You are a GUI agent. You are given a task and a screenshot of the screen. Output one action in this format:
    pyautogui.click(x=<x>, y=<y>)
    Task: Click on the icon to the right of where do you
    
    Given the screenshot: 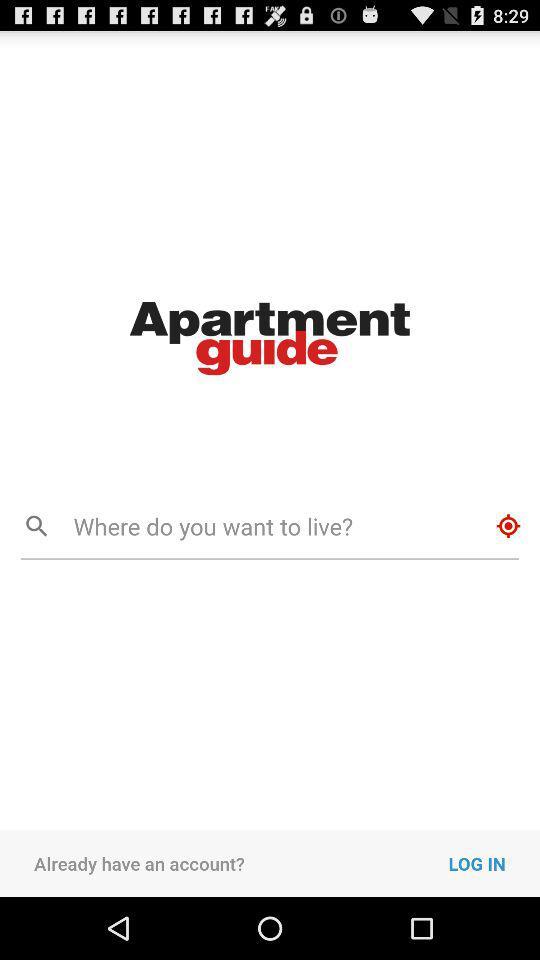 What is the action you would take?
    pyautogui.click(x=508, y=525)
    